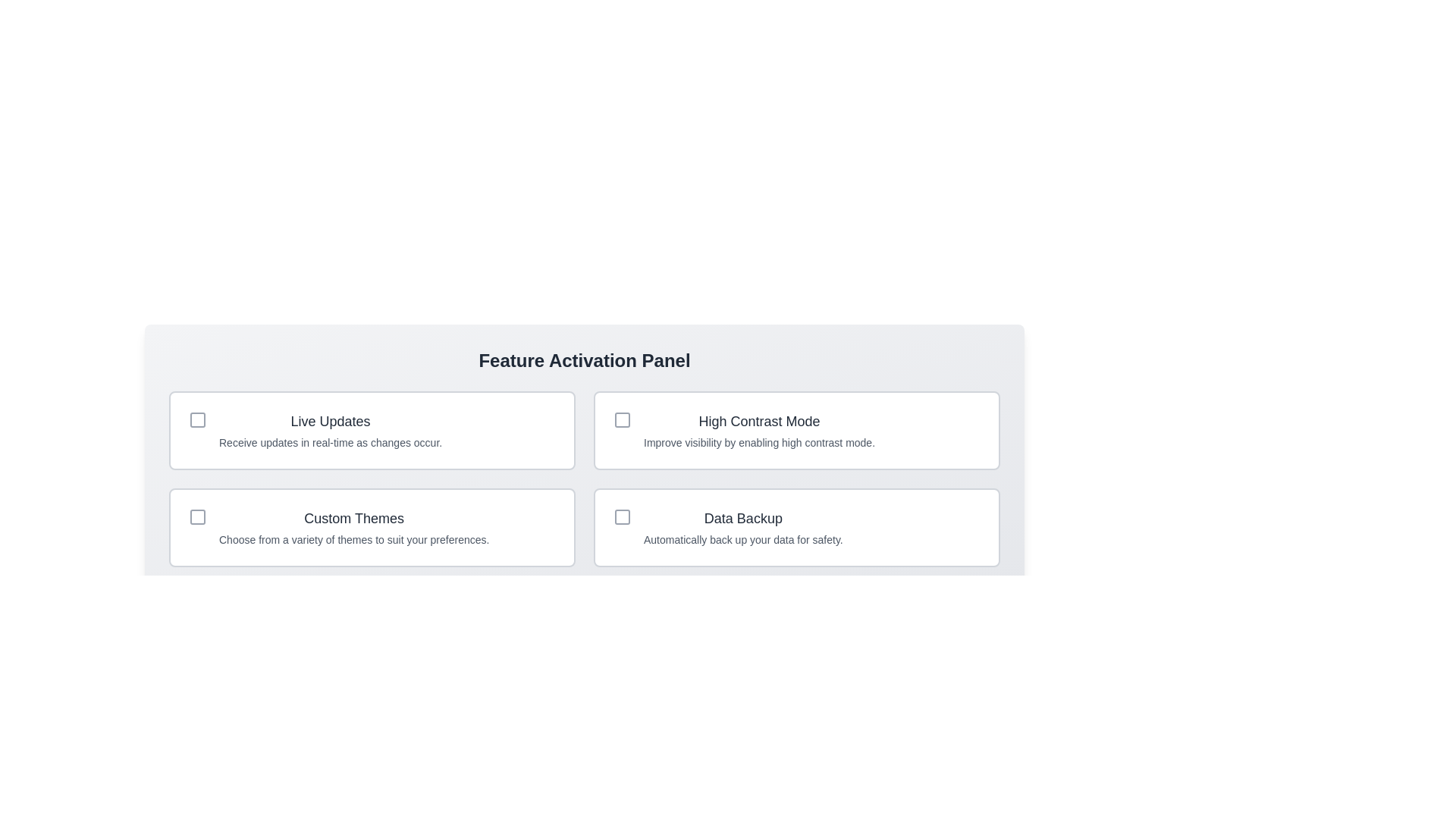 The height and width of the screenshot is (819, 1456). What do you see at coordinates (330, 442) in the screenshot?
I see `the descriptive text label located directly beneath the 'Live Updates' title in the top-left quadrant of the activation panel` at bounding box center [330, 442].